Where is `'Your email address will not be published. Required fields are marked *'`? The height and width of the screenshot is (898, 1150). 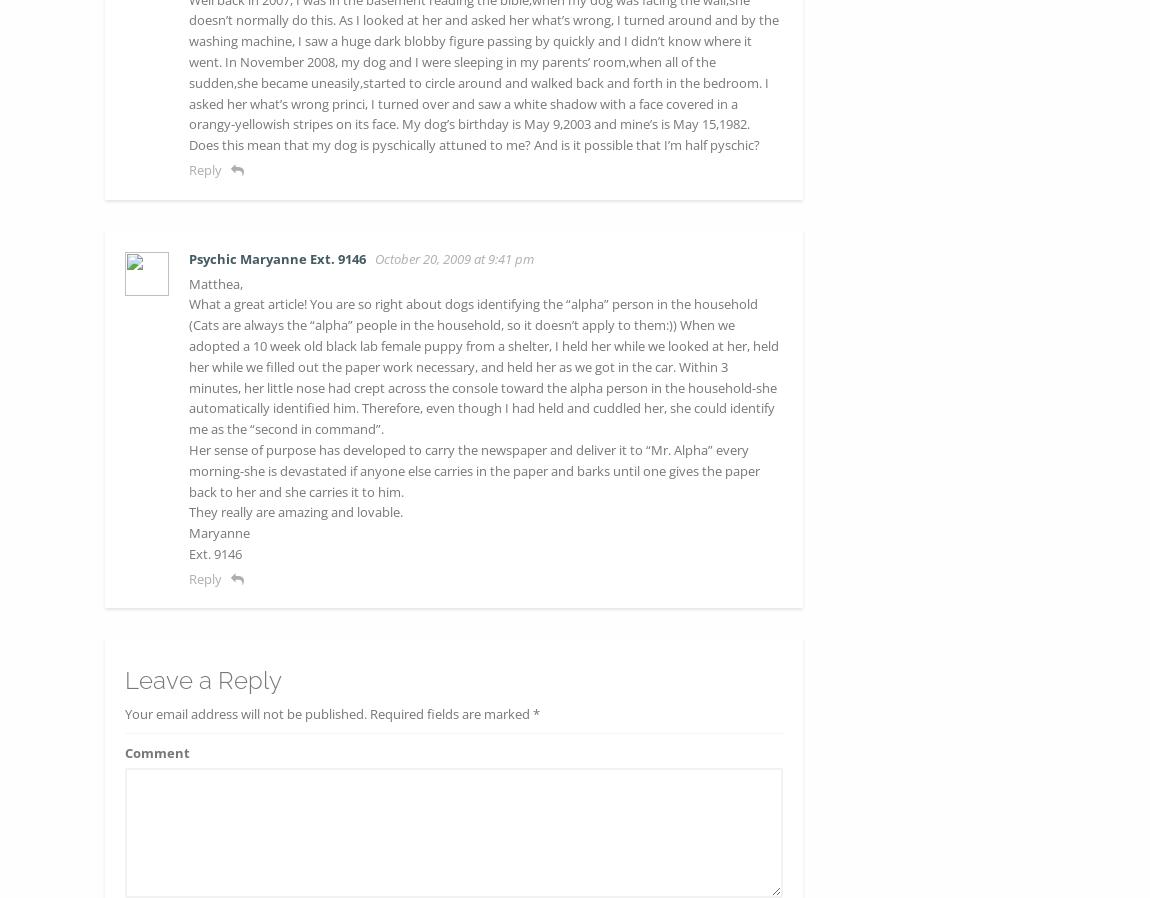 'Your email address will not be published. Required fields are marked *' is located at coordinates (332, 713).